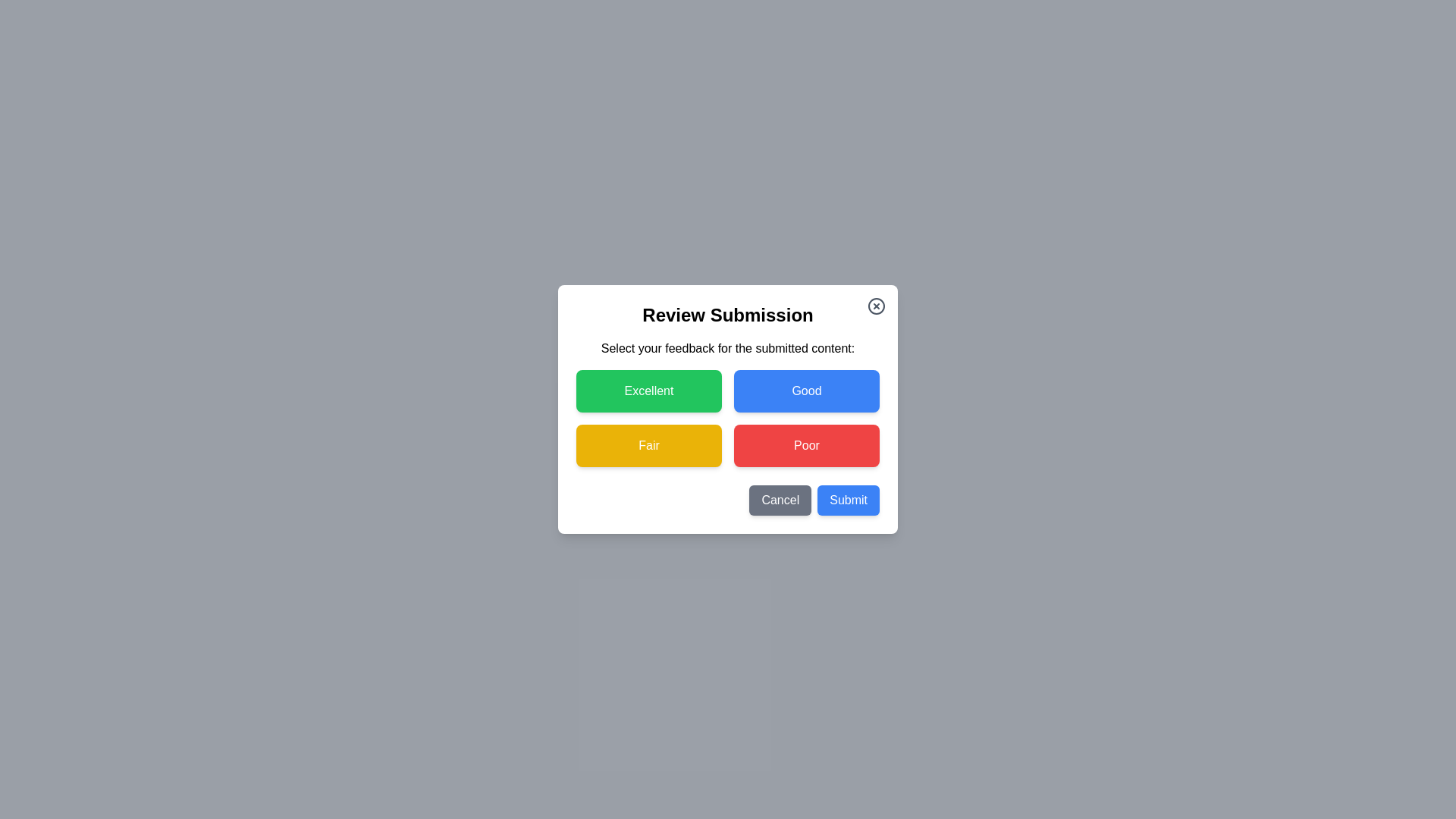 This screenshot has height=819, width=1456. Describe the element at coordinates (847, 500) in the screenshot. I see `the 'Submit' button to submit the selected feedback` at that location.